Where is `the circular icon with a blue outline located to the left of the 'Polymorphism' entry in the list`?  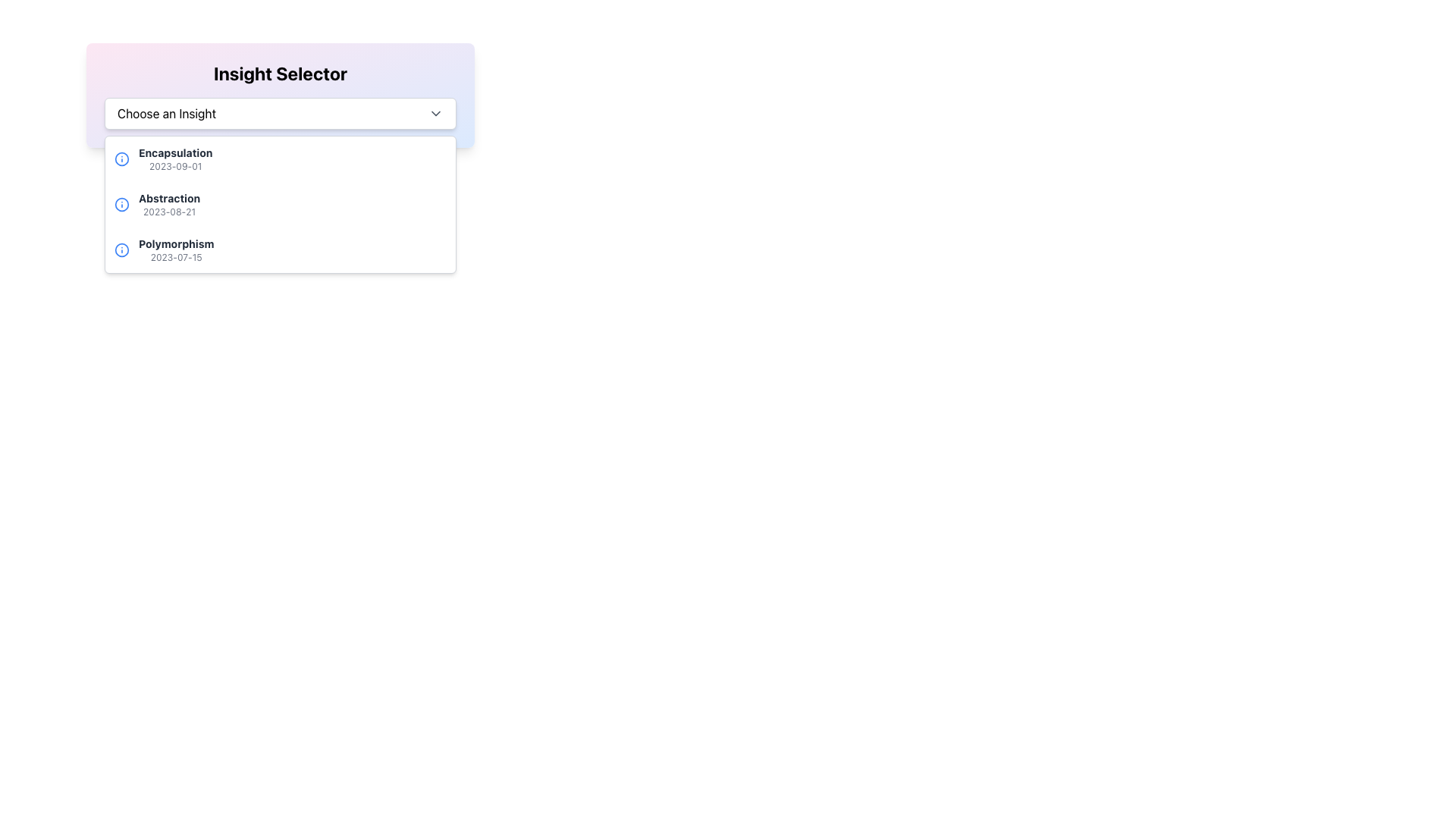
the circular icon with a blue outline located to the left of the 'Polymorphism' entry in the list is located at coordinates (122, 249).